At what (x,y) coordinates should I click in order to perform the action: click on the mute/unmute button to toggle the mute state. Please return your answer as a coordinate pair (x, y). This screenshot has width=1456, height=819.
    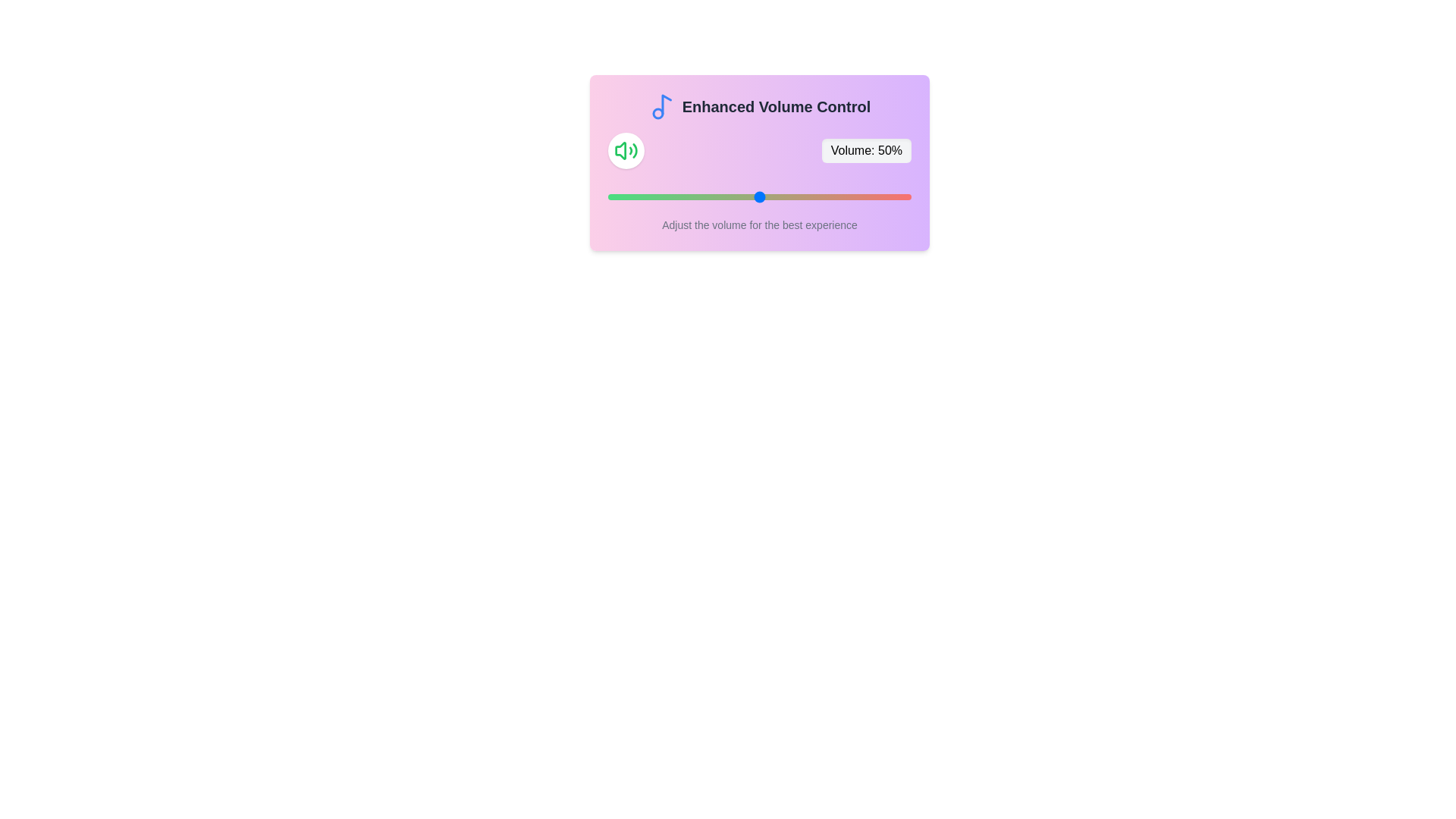
    Looking at the image, I should click on (626, 151).